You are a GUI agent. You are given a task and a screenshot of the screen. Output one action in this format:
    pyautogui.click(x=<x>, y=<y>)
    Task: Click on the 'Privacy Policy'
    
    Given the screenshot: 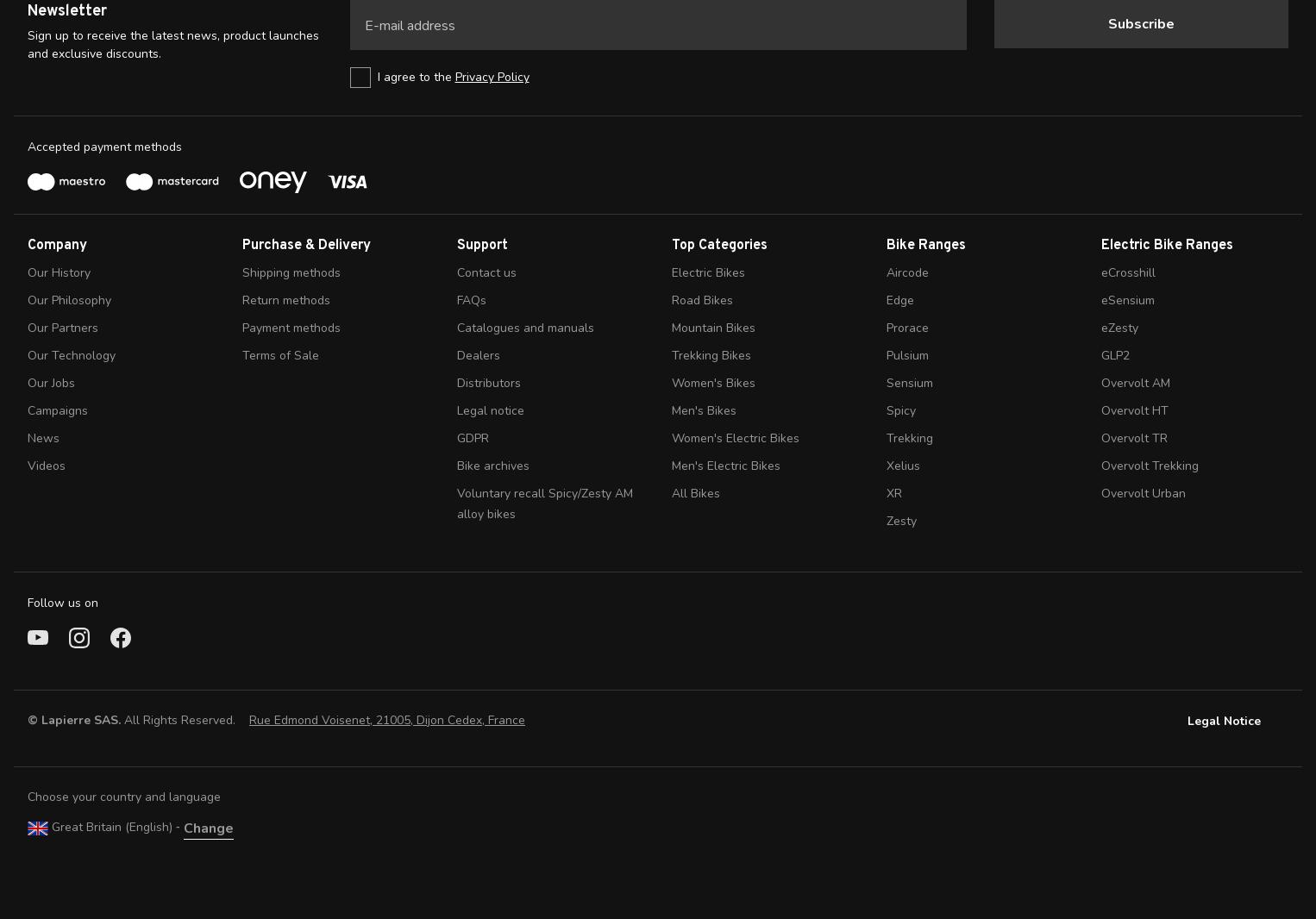 What is the action you would take?
    pyautogui.click(x=490, y=76)
    